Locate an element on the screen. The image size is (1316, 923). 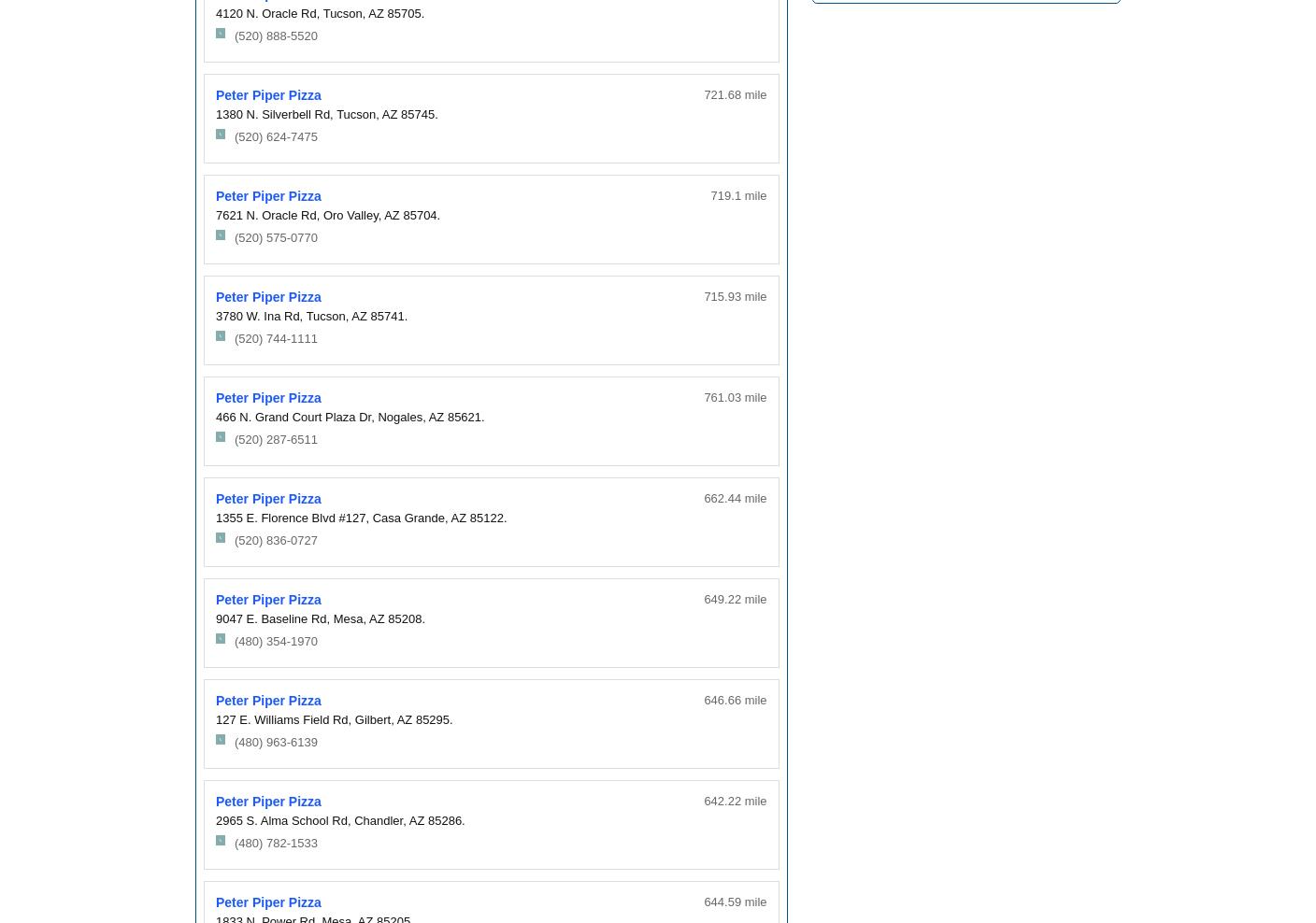
'Oro Valley,' is located at coordinates (350, 214).